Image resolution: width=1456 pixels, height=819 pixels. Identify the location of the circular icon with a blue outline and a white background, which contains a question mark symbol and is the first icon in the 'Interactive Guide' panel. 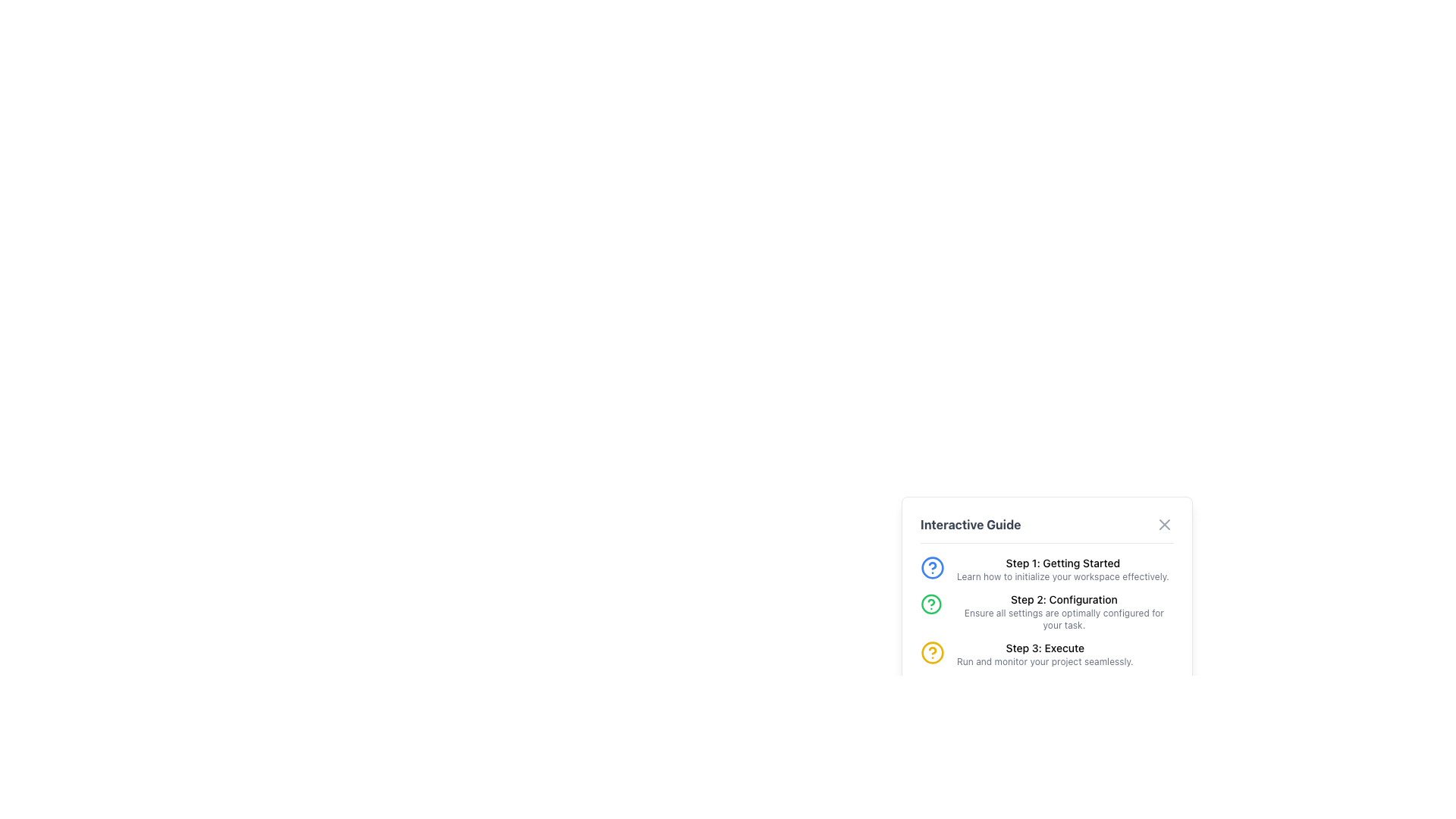
(931, 567).